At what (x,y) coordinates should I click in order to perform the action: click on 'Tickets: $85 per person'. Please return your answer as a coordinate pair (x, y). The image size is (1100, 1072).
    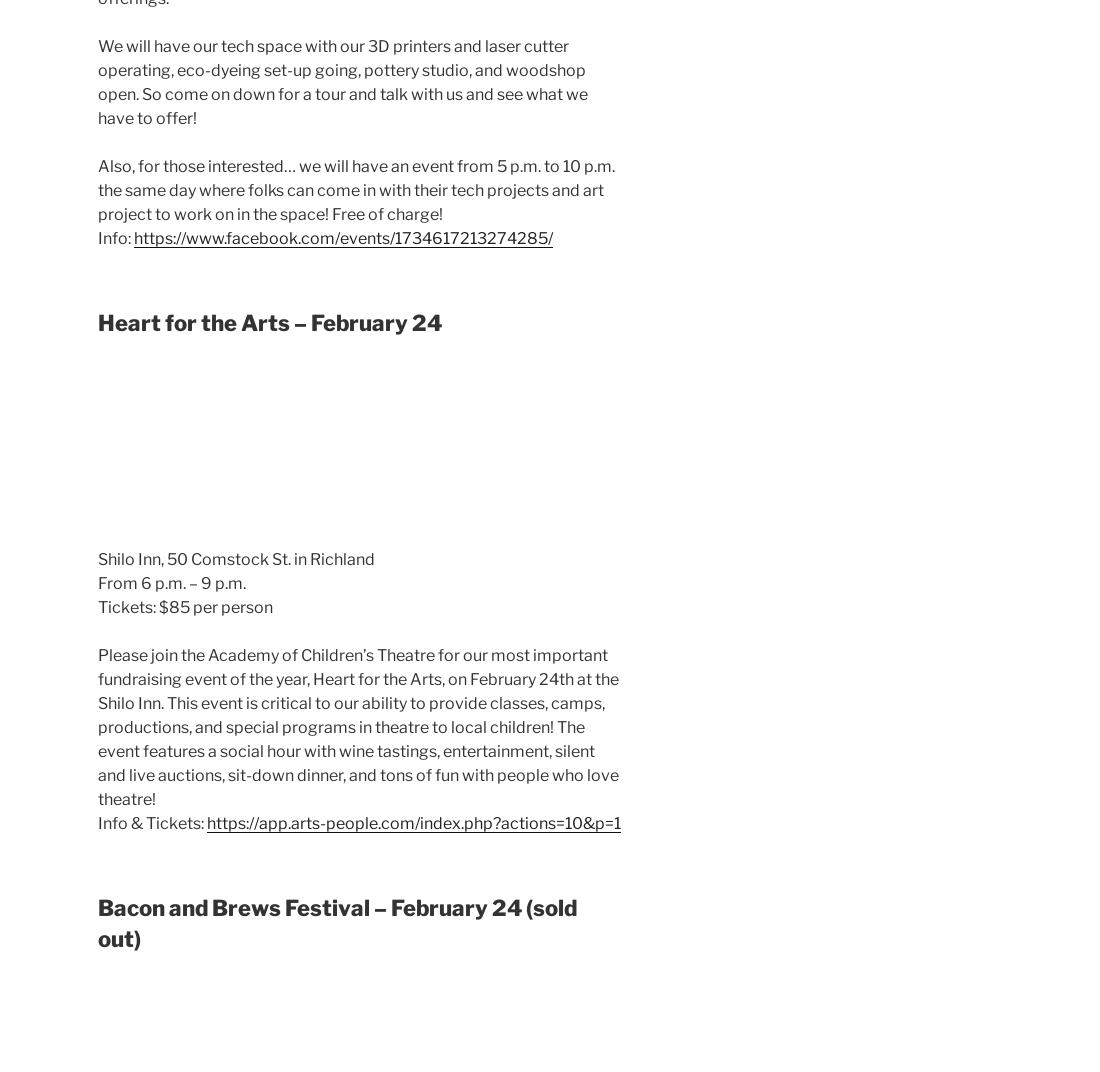
    Looking at the image, I should click on (184, 607).